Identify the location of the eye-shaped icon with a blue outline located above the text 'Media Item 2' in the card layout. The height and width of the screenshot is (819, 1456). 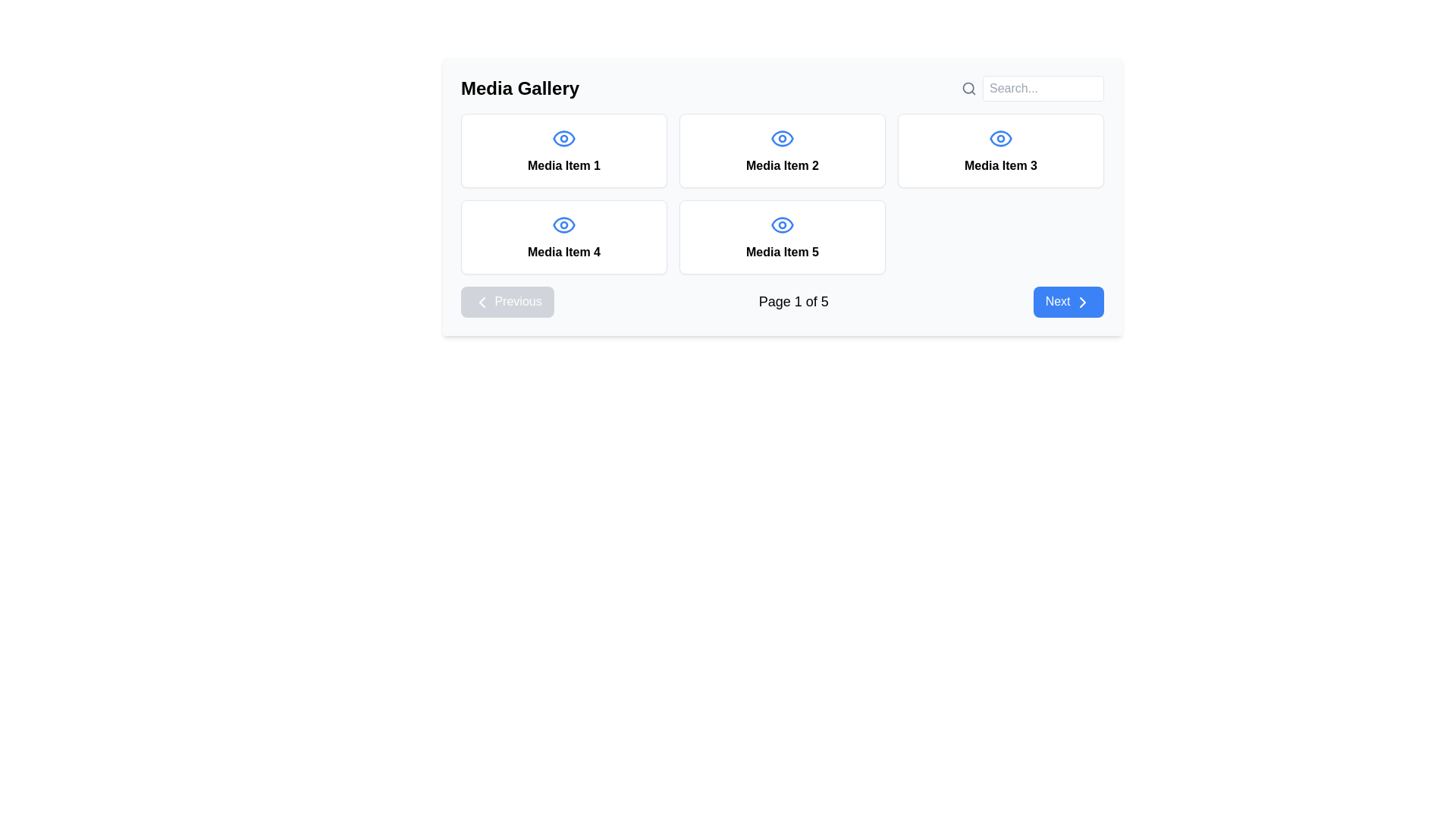
(783, 138).